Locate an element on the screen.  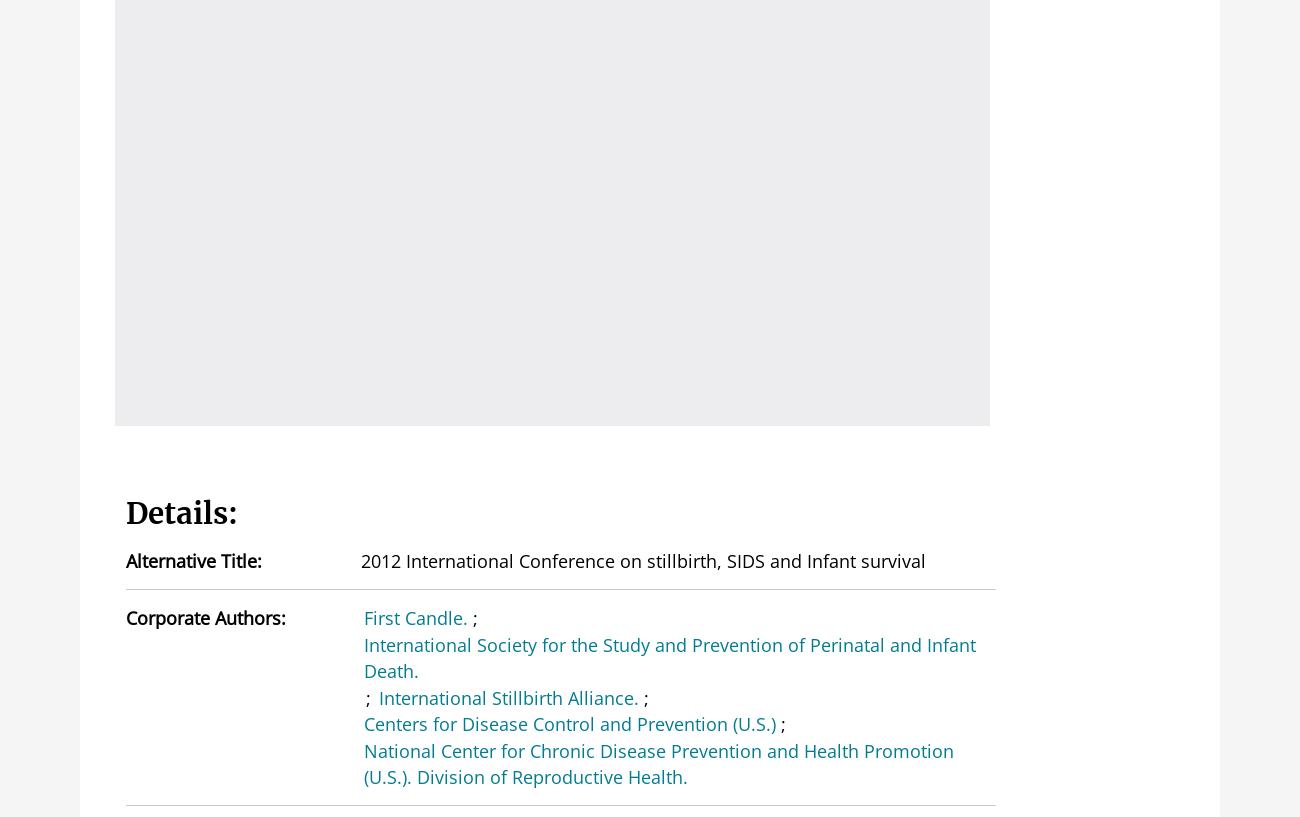
'Alternative Title:' is located at coordinates (193, 558).